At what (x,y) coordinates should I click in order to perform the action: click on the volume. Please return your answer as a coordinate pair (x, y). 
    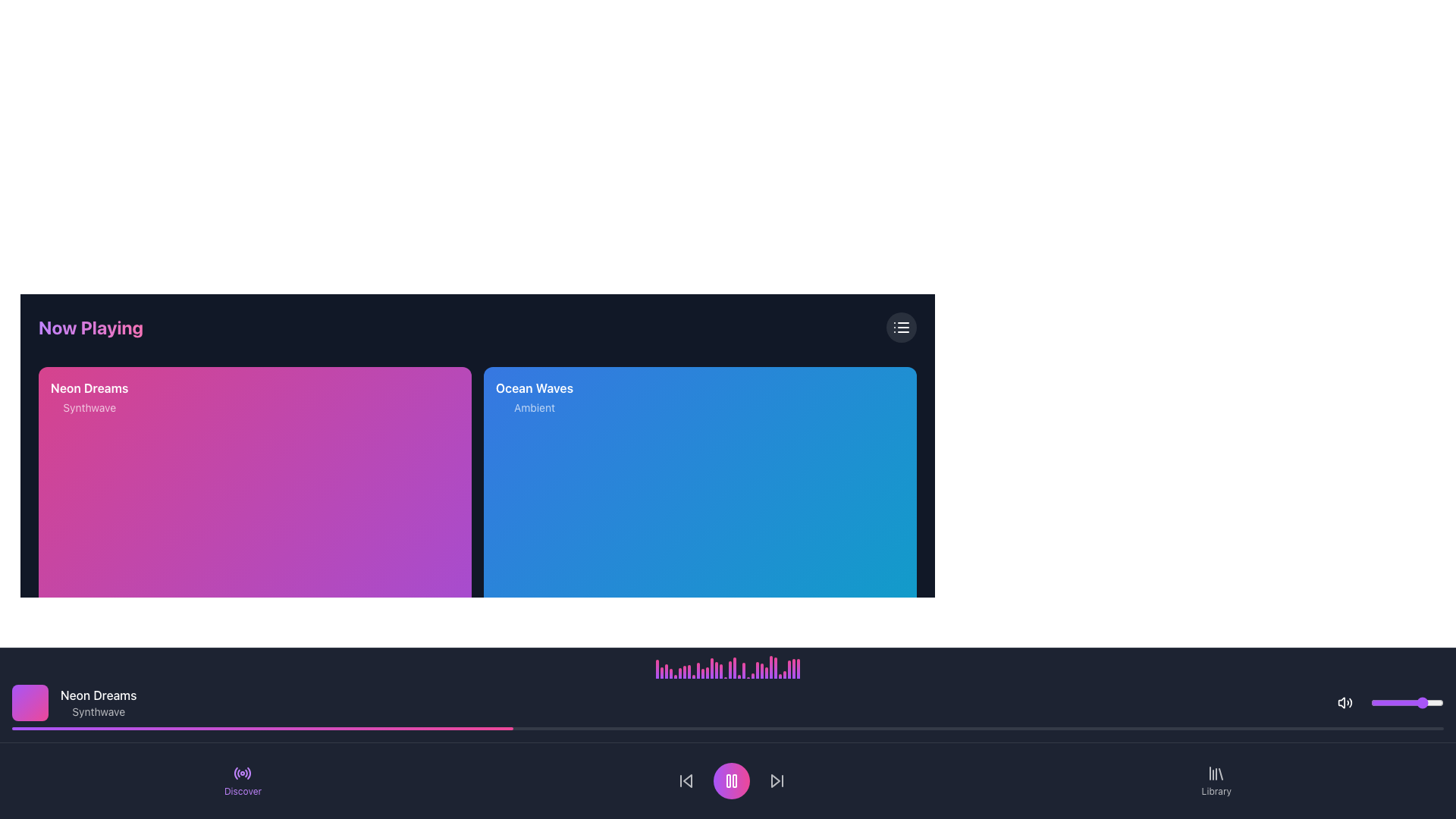
    Looking at the image, I should click on (1382, 702).